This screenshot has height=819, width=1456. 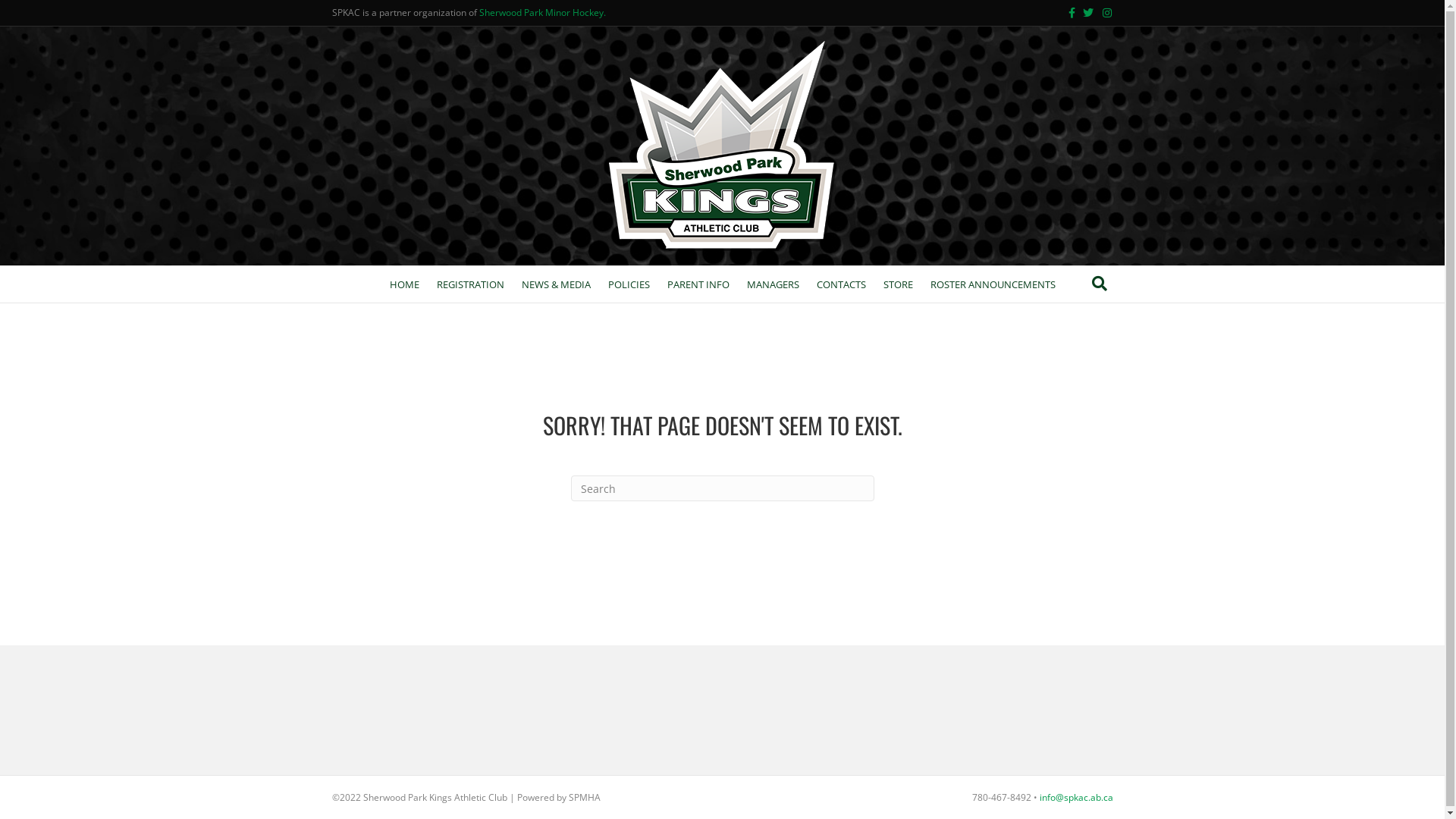 I want to click on 'CONTACTS', so click(x=839, y=284).